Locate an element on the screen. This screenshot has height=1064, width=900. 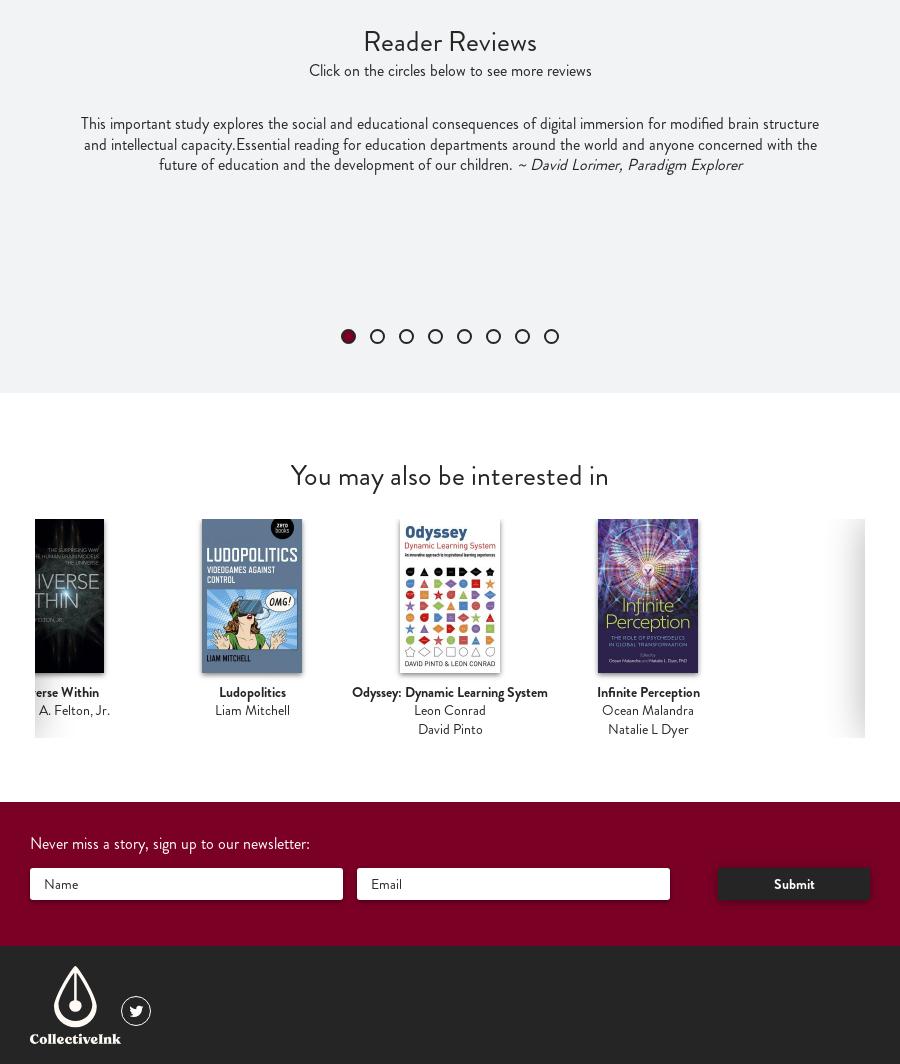
'Reader Reviews' is located at coordinates (450, 42).